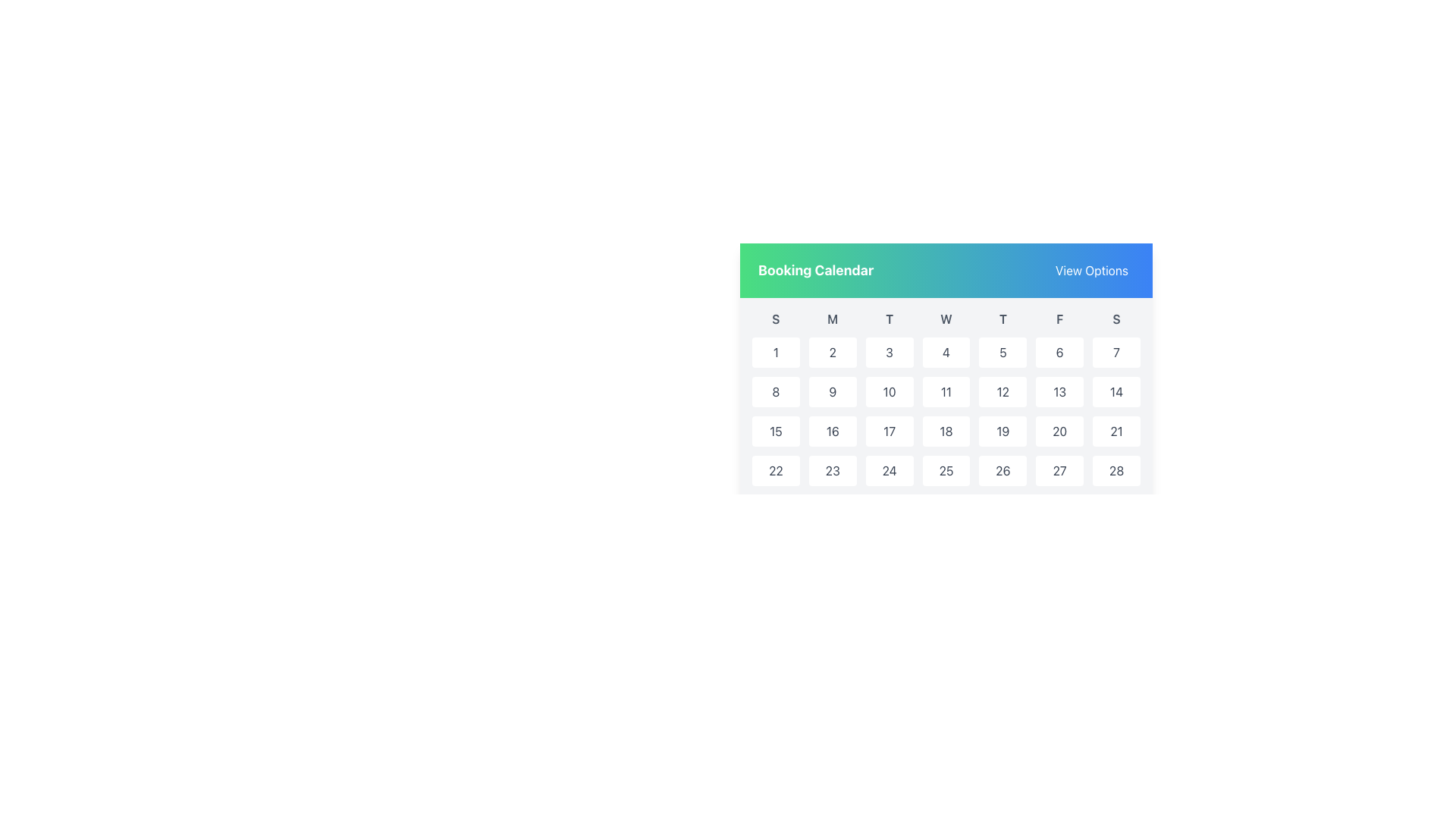  What do you see at coordinates (776, 391) in the screenshot?
I see `the calendar date cell representing the 8th day` at bounding box center [776, 391].